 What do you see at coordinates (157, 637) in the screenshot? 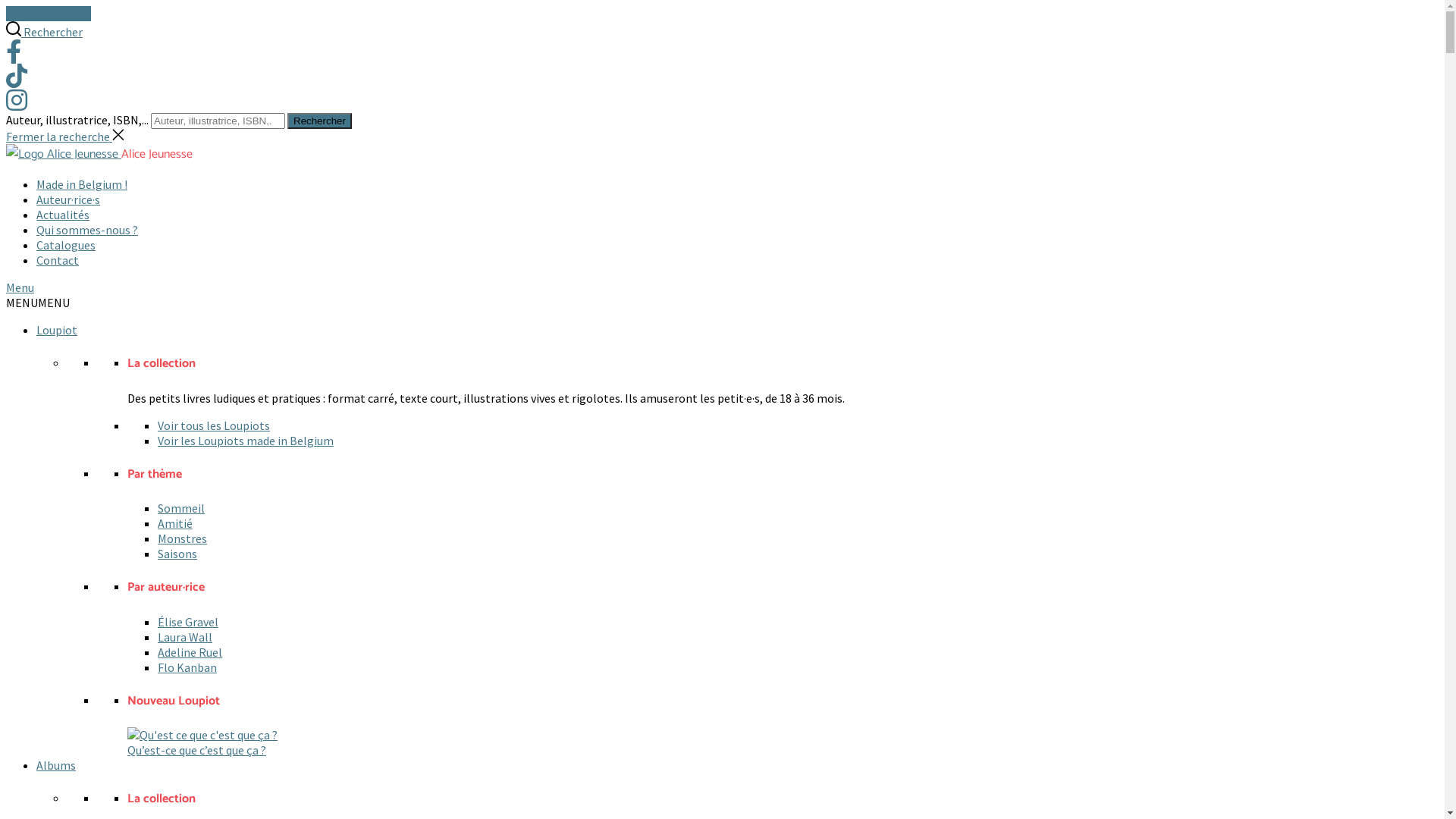
I see `'Laura Wall'` at bounding box center [157, 637].